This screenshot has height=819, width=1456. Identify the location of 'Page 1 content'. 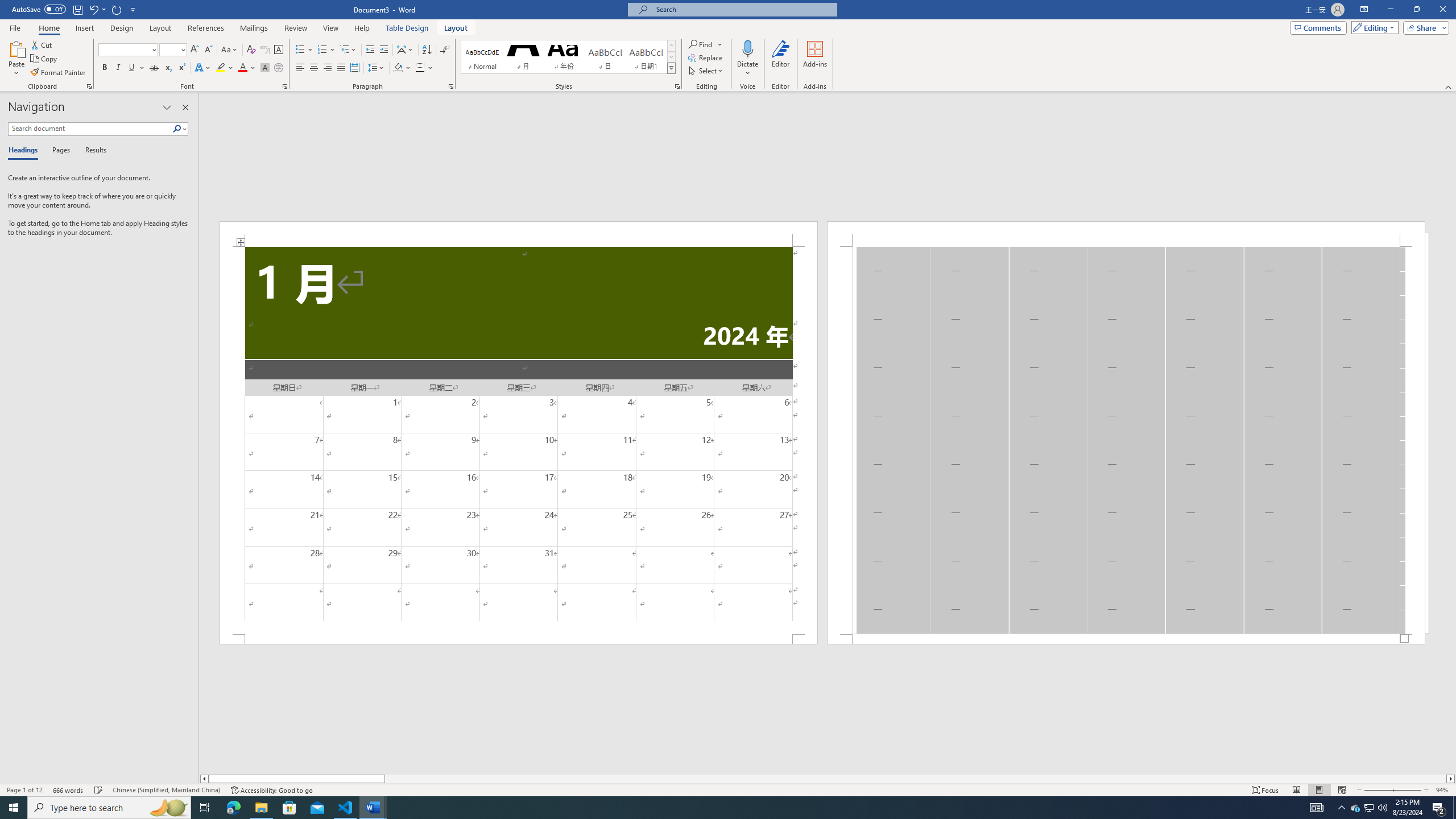
(519, 440).